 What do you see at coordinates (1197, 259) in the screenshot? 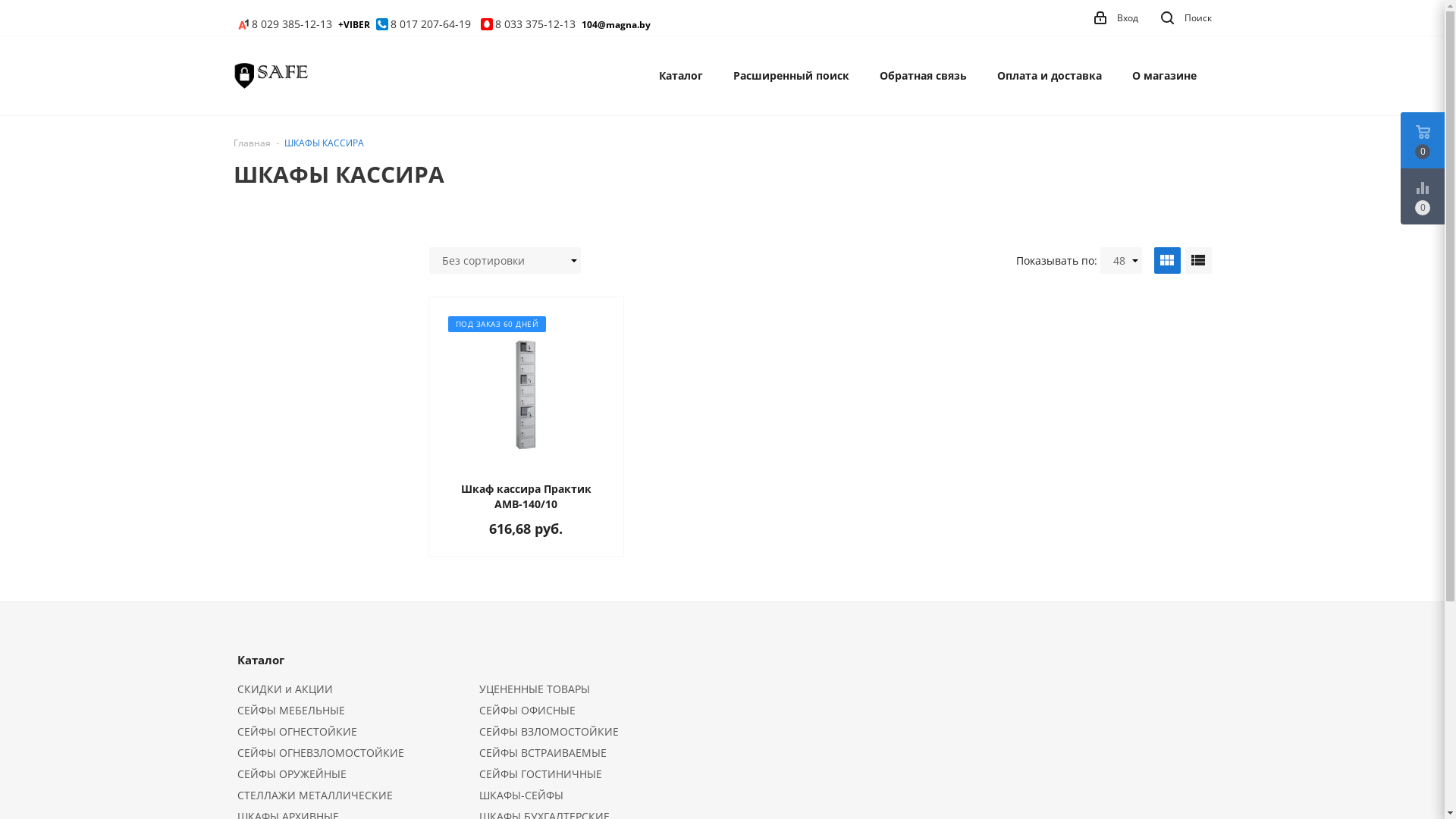
I see `'view_list'` at bounding box center [1197, 259].